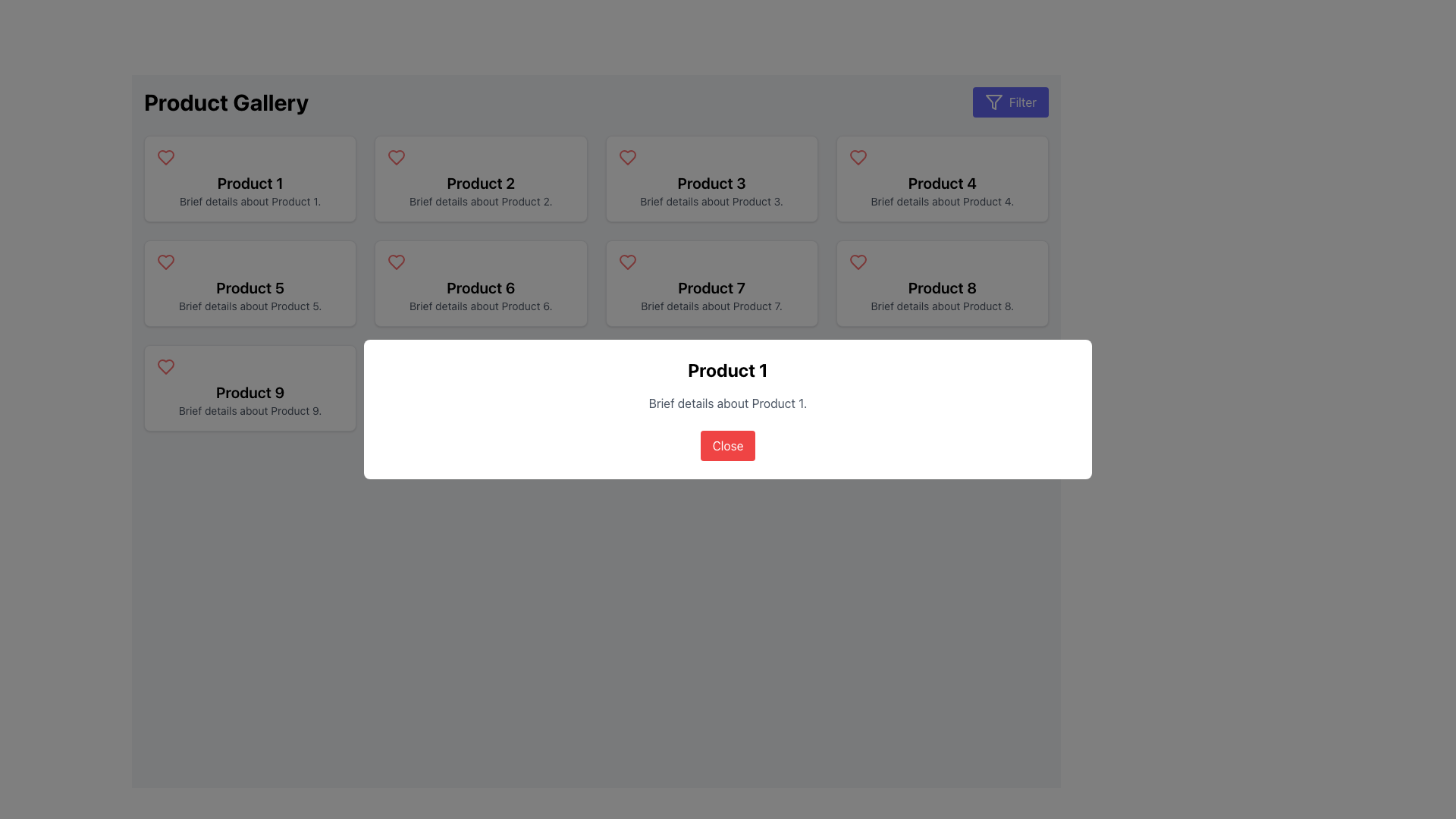 The image size is (1456, 819). Describe the element at coordinates (711, 201) in the screenshot. I see `the textual description element that reads 'Brief details about Product 3.' which is styled with a small font and light gray color, located beneath the title 'Product 3.'` at that location.